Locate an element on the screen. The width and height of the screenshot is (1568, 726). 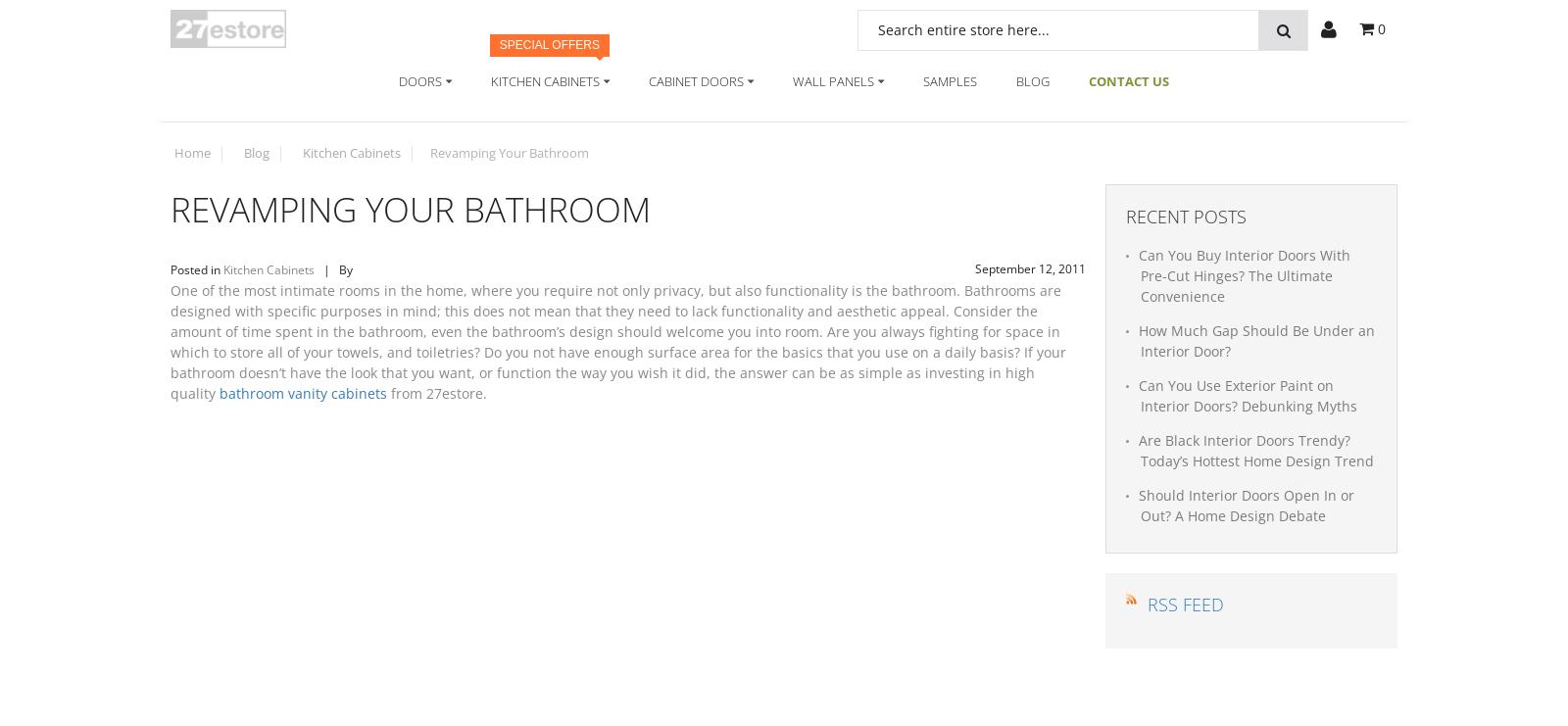
'Can You Buy Interior Doors With Pre-Cut Hinges? The Ultimate Convenience' is located at coordinates (1243, 274).